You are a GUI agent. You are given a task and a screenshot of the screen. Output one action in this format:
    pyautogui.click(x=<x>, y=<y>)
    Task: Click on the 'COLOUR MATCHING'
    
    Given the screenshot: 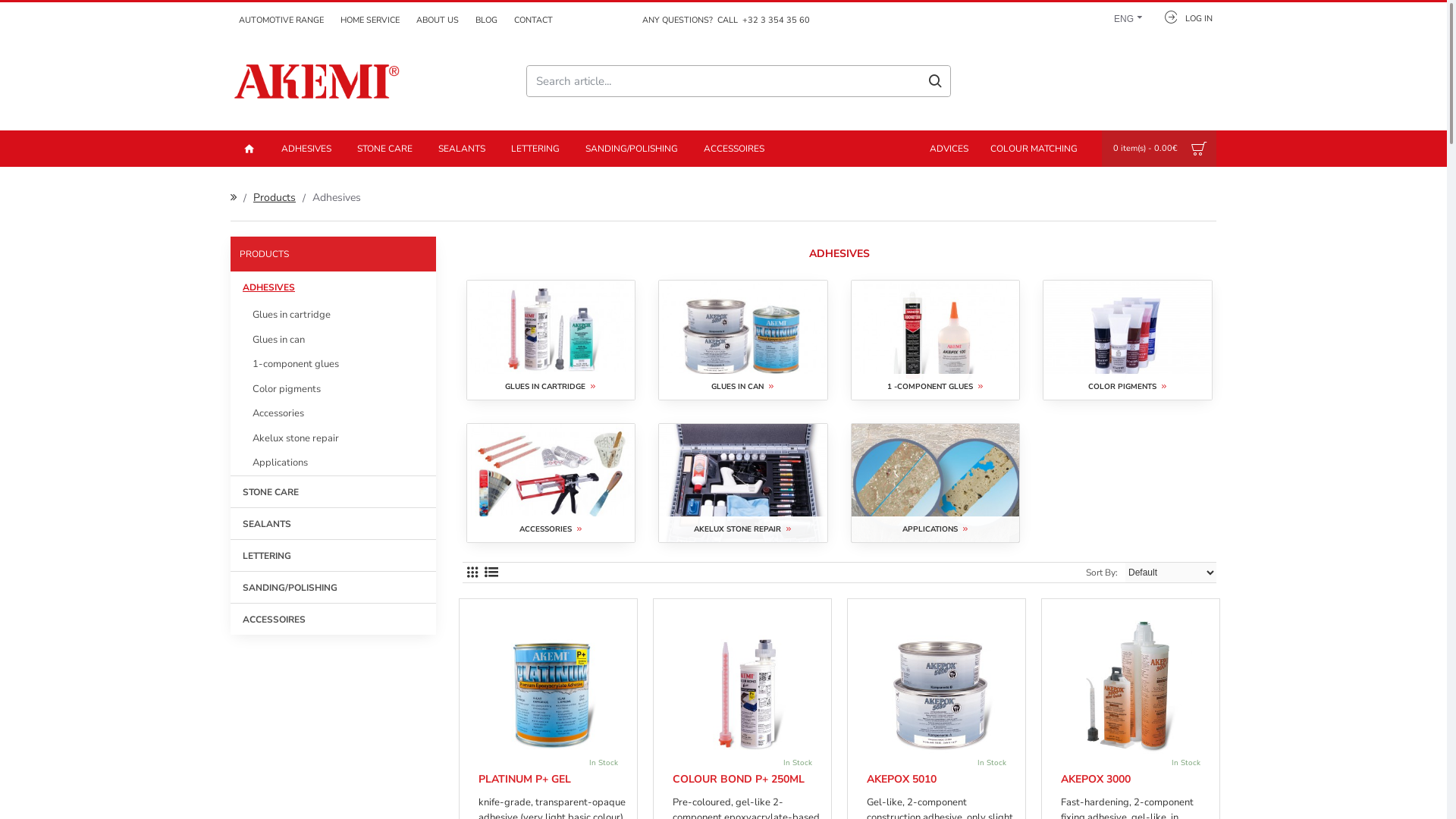 What is the action you would take?
    pyautogui.click(x=1033, y=149)
    